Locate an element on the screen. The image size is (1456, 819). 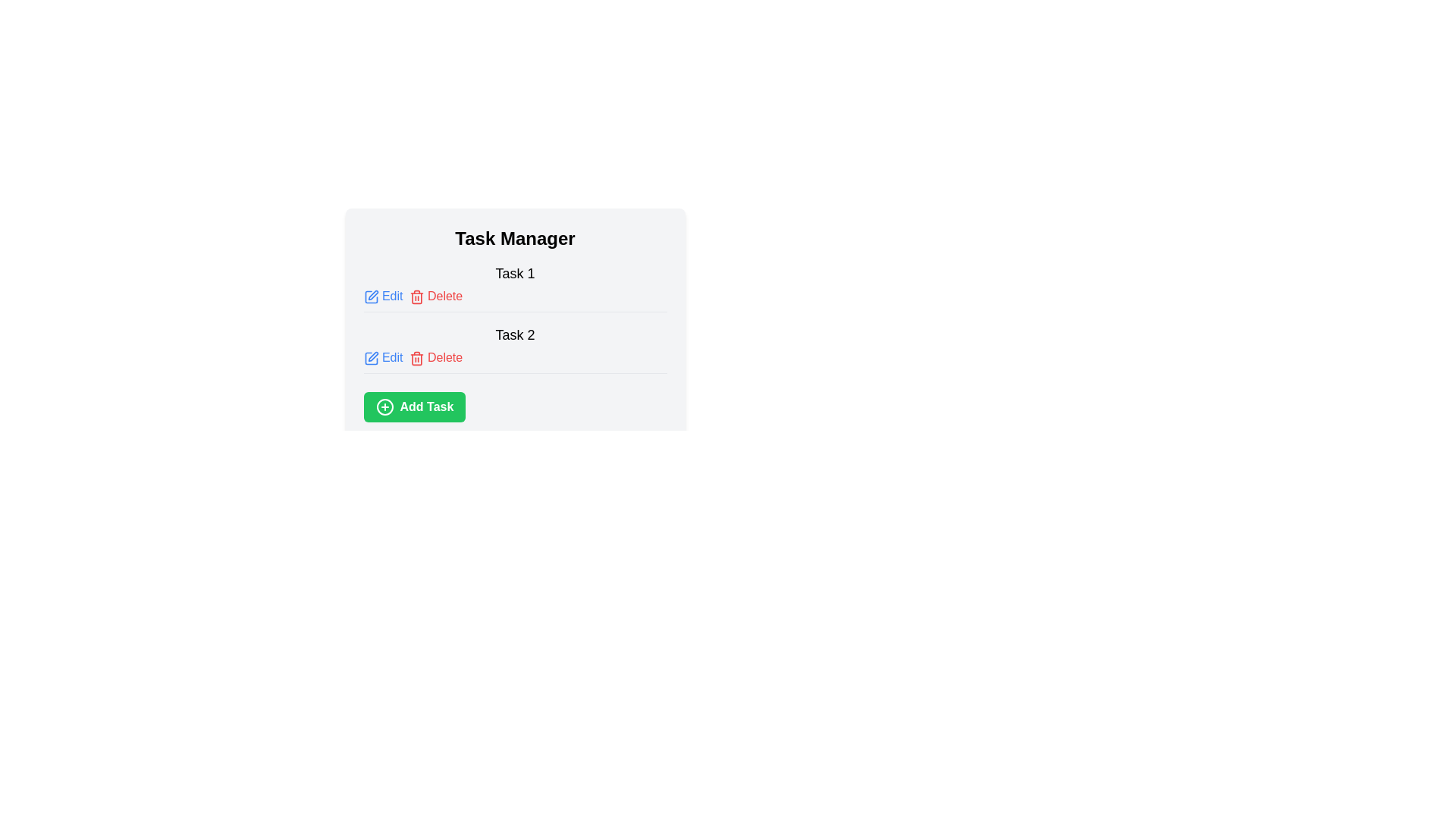
text displayed in the bold and larger font style labeled 'Task 2', which is center-aligned in the second row under the 'Task Manager' section is located at coordinates (515, 334).